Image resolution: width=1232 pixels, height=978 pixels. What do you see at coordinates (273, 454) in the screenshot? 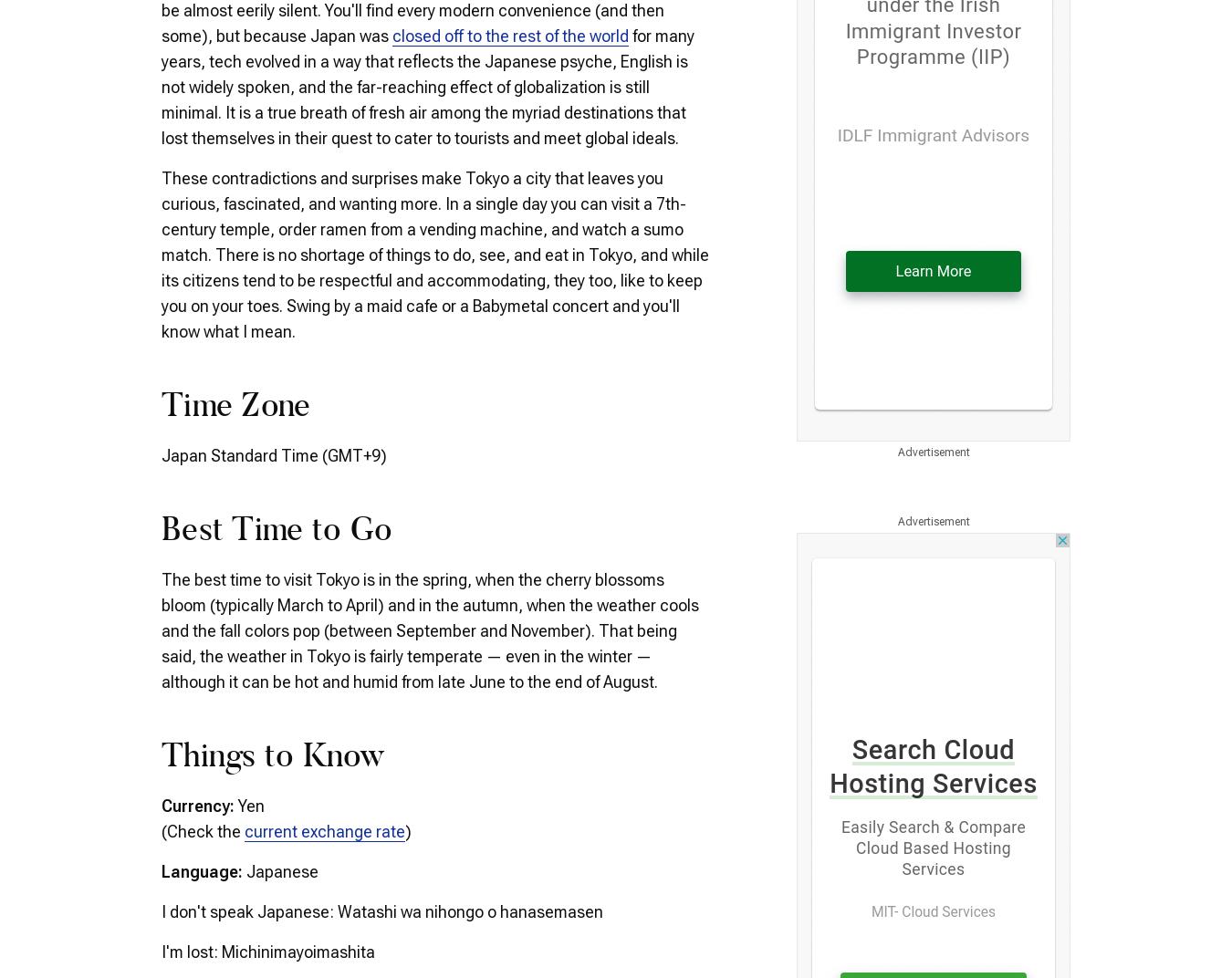
I see `'Japan Standard Time (GMT+9)'` at bounding box center [273, 454].